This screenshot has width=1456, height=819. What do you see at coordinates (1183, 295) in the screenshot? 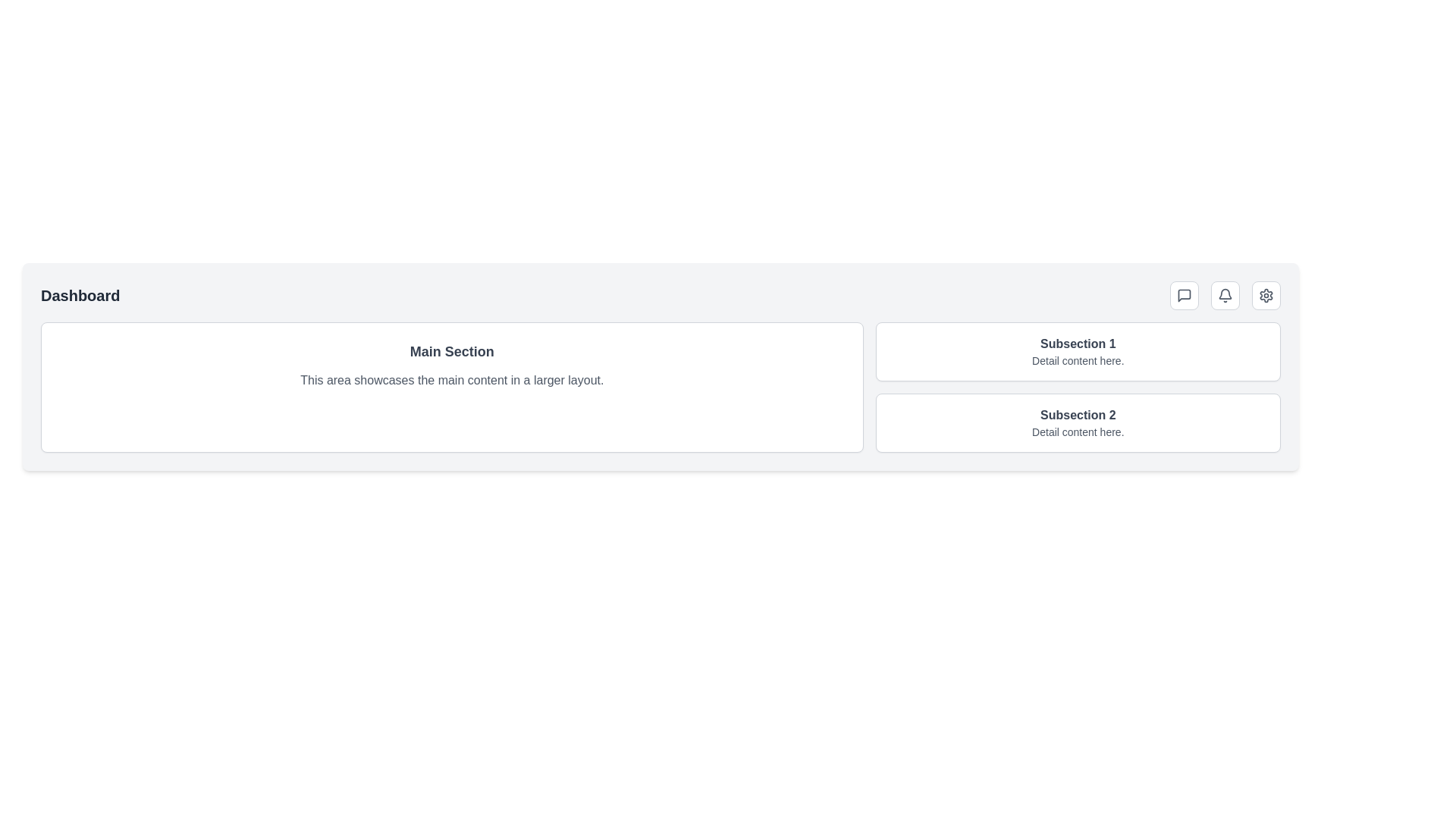
I see `the messaging icon located in the top-right corner of the interface` at bounding box center [1183, 295].